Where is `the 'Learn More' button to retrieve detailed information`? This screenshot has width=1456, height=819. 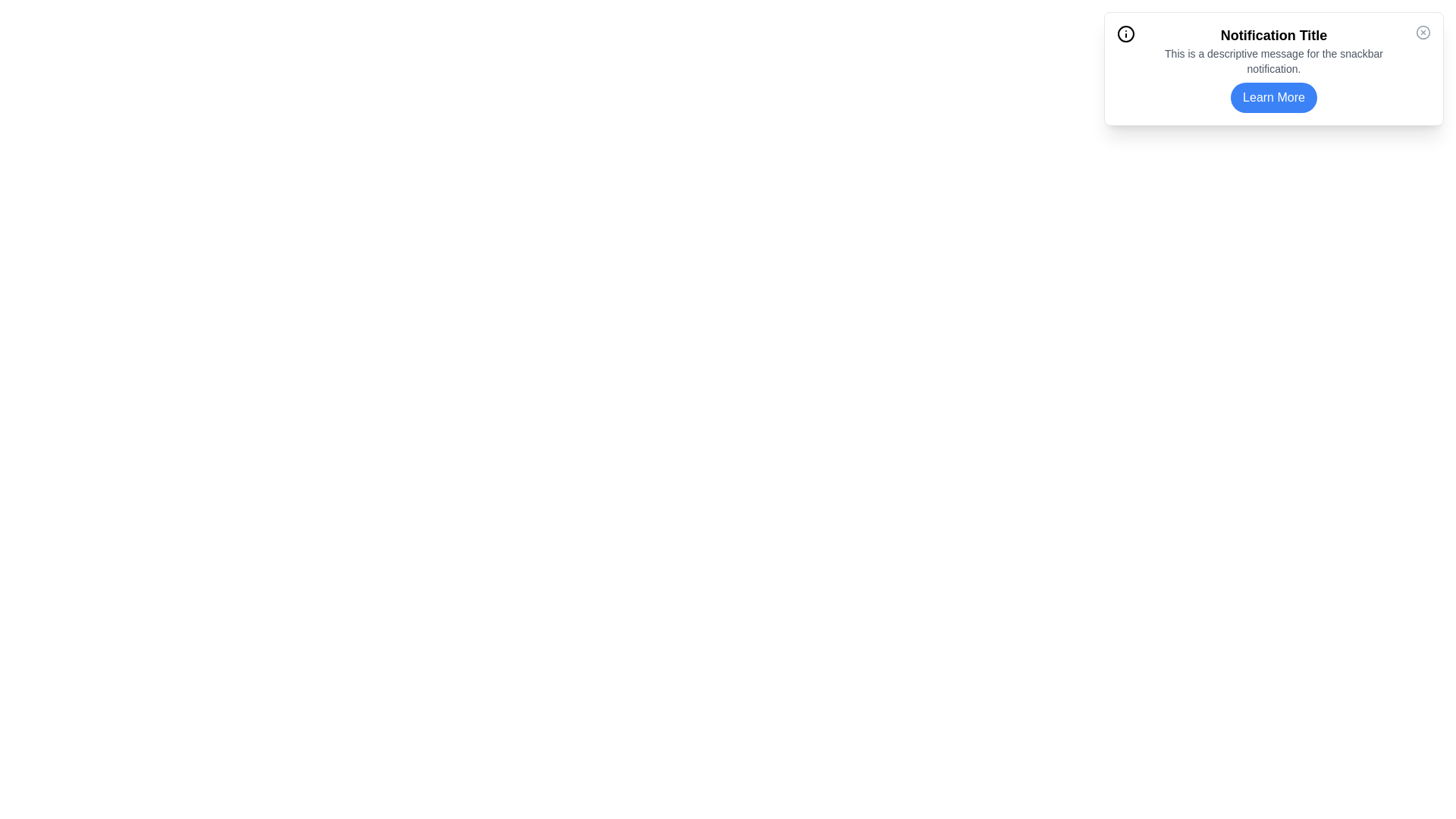
the 'Learn More' button to retrieve detailed information is located at coordinates (1274, 97).